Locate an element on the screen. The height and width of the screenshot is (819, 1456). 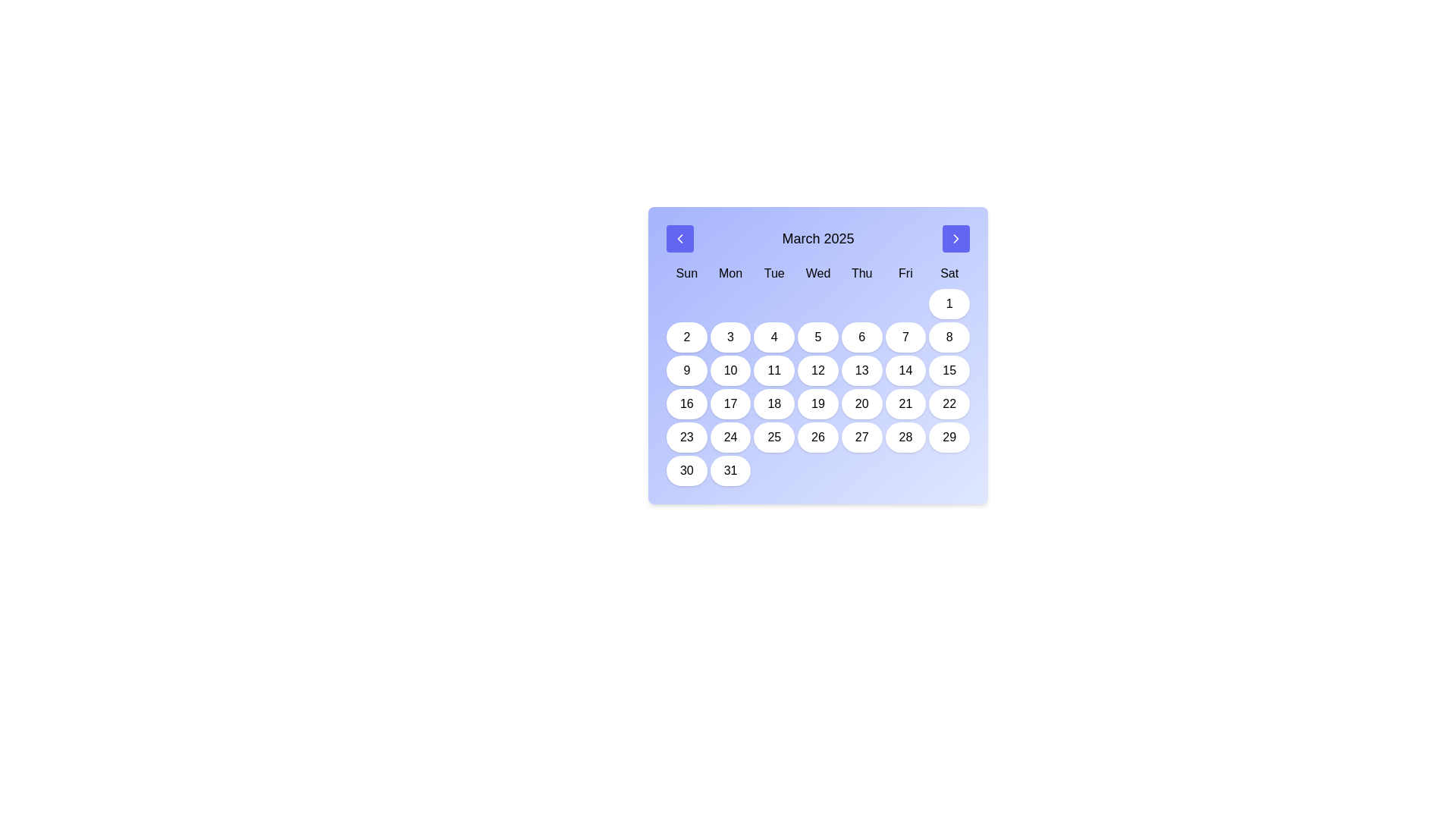
the circular button with a white background and the number '13' in black font, which is part of the calendar grid is located at coordinates (861, 371).